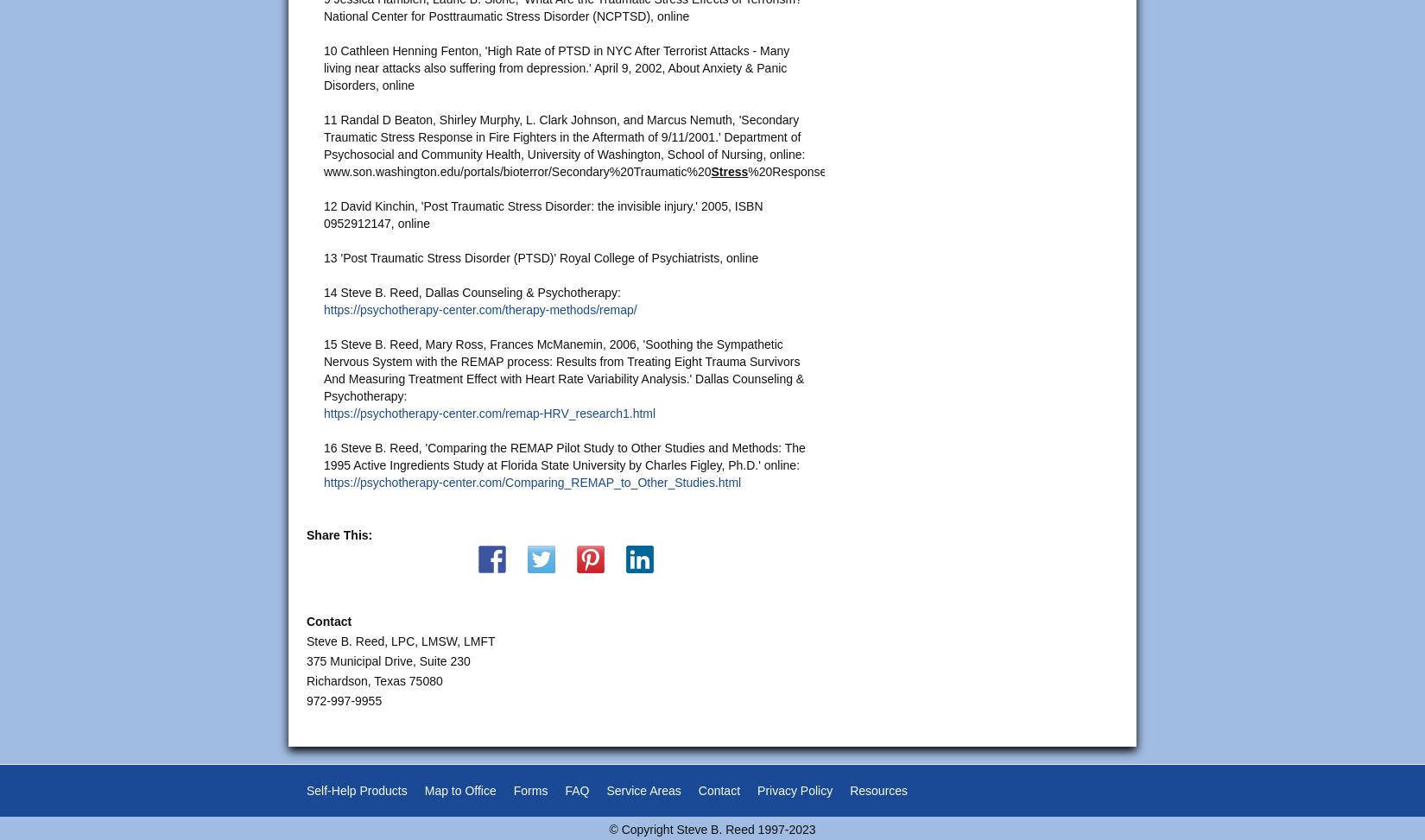 The image size is (1425, 840). I want to click on '© Copyright Steve B. Reed 1997-2023', so click(608, 827).